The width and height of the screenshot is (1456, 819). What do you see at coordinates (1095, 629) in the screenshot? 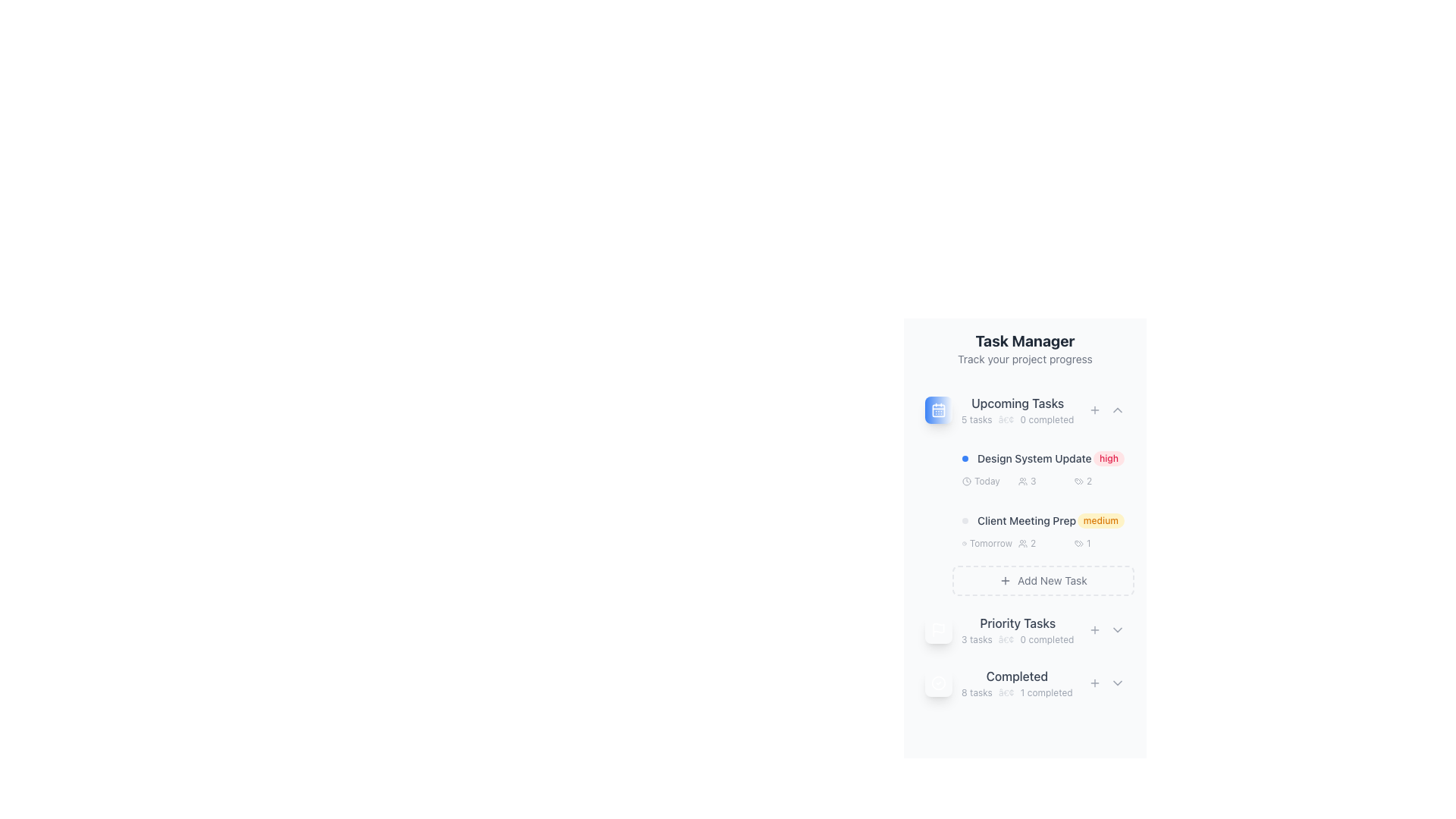
I see `the circular '+' button located in the 'Priority Tasks' section of the task manager interface` at bounding box center [1095, 629].